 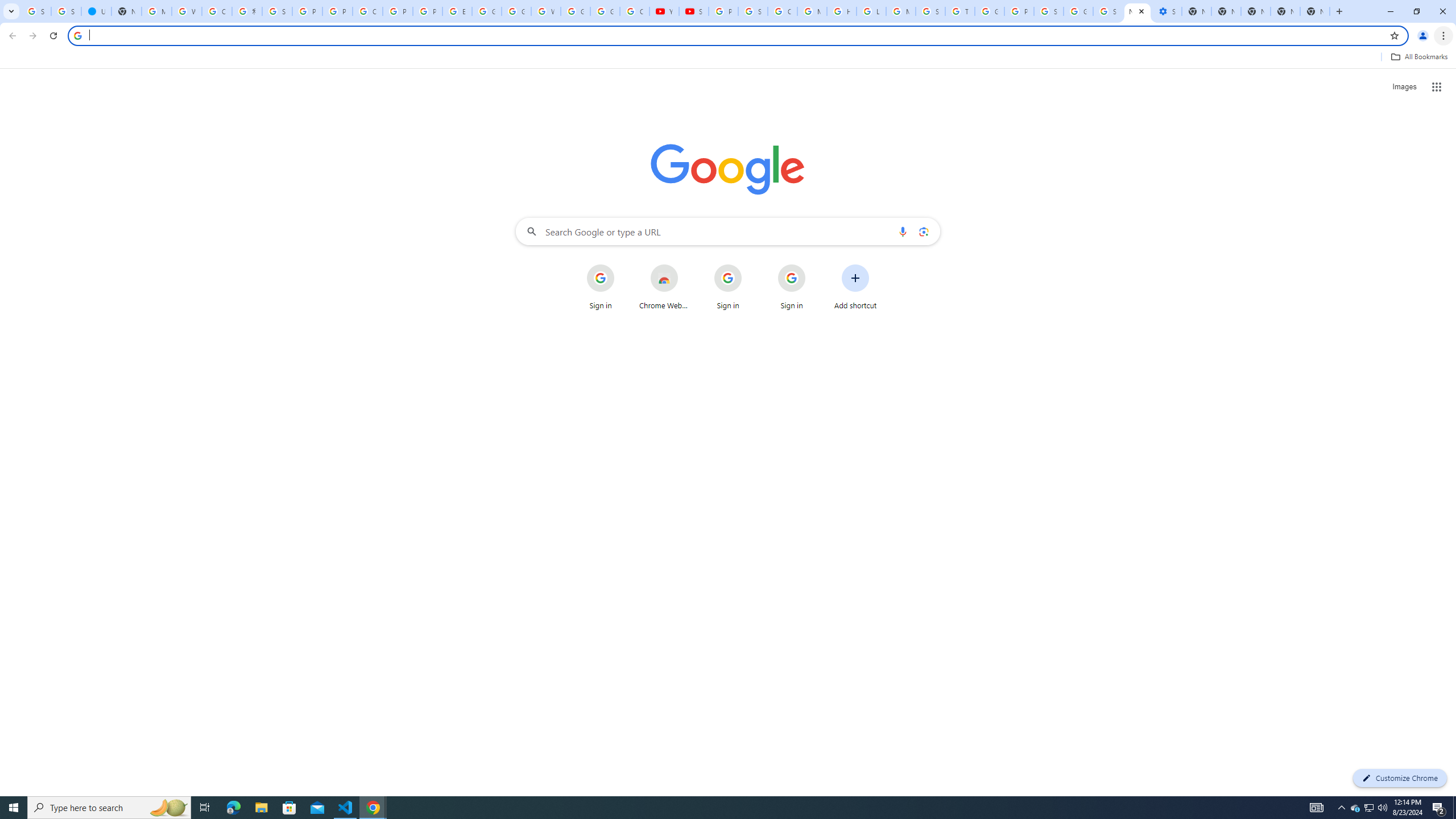 I want to click on 'Settings - Performance', so click(x=1166, y=11).